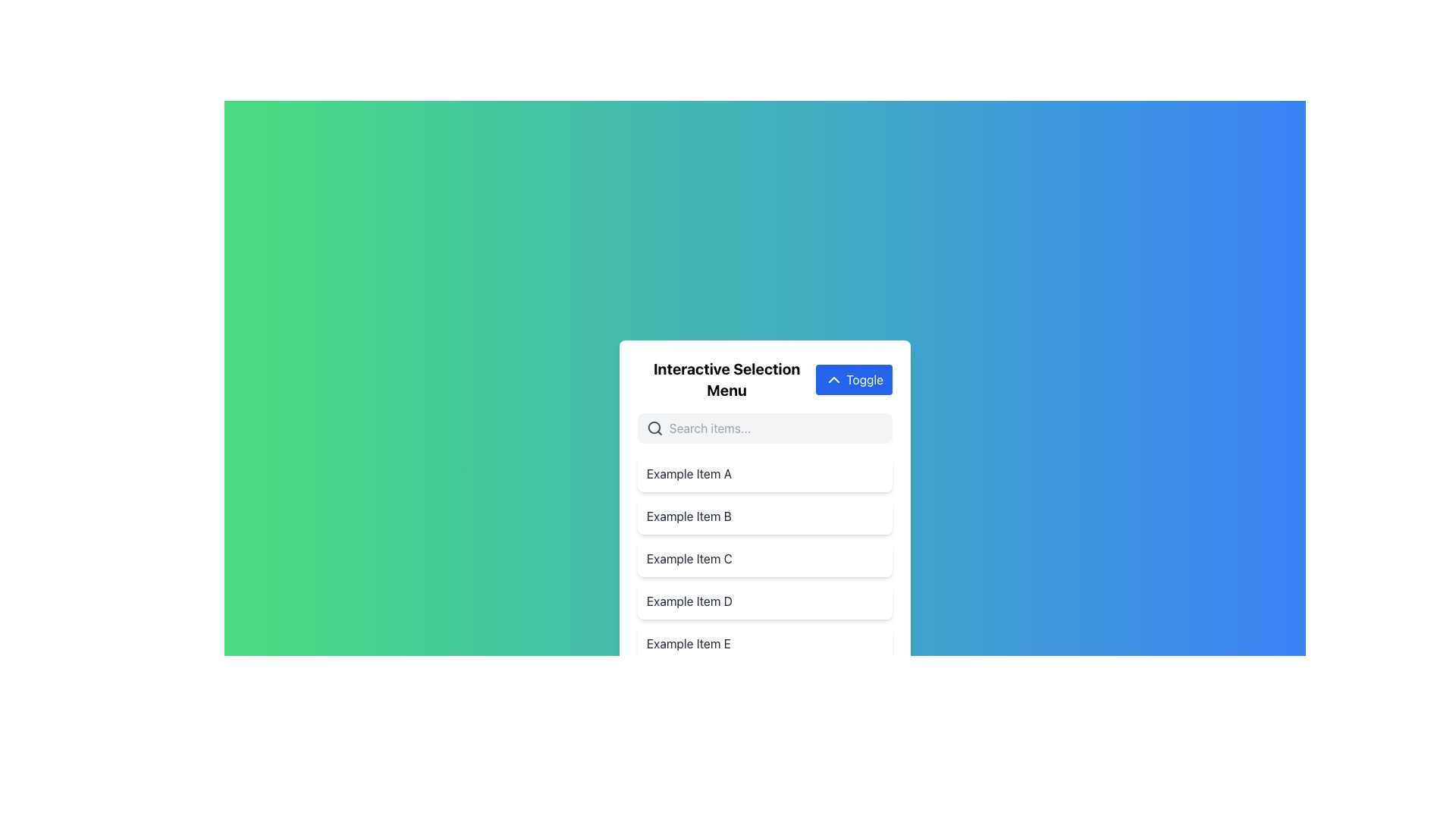 The width and height of the screenshot is (1456, 819). Describe the element at coordinates (833, 379) in the screenshot. I see `the 'Toggle' button which contains the chevron up arrow icon on a blue background, positioned to the left of the button's label text` at that location.